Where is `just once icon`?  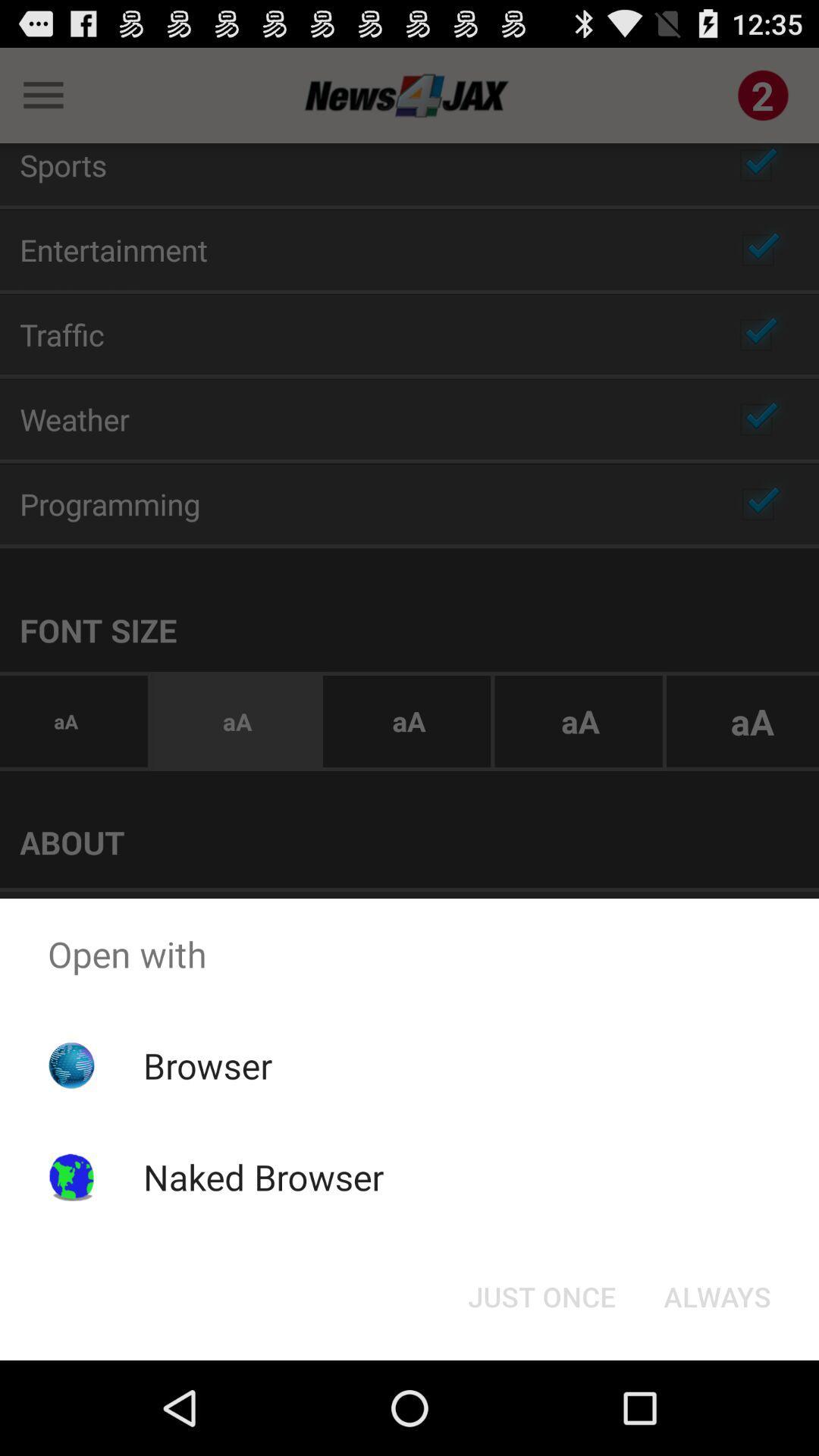 just once icon is located at coordinates (541, 1295).